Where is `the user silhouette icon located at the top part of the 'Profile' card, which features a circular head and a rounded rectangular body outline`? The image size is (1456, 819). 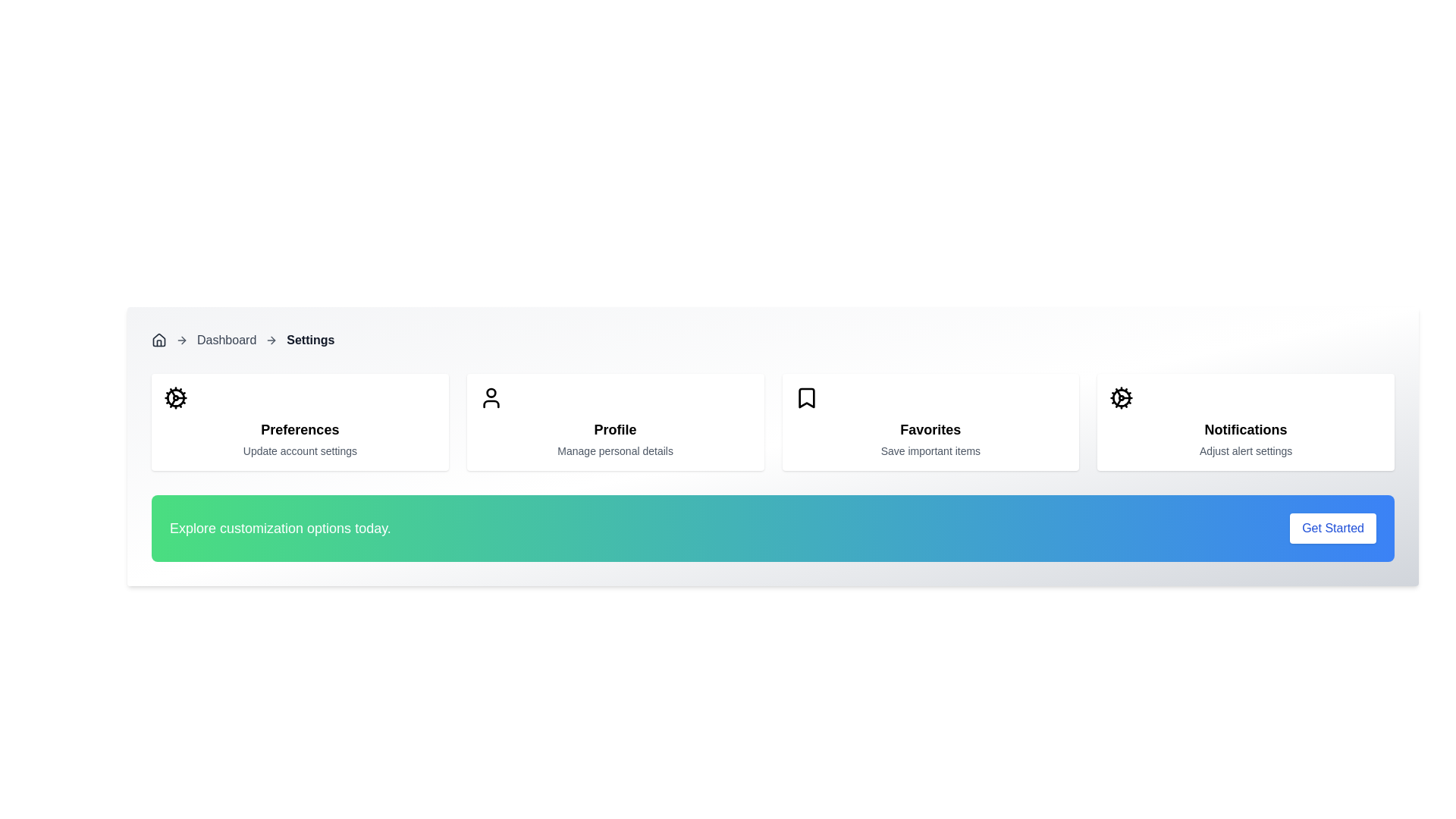 the user silhouette icon located at the top part of the 'Profile' card, which features a circular head and a rounded rectangular body outline is located at coordinates (491, 397).